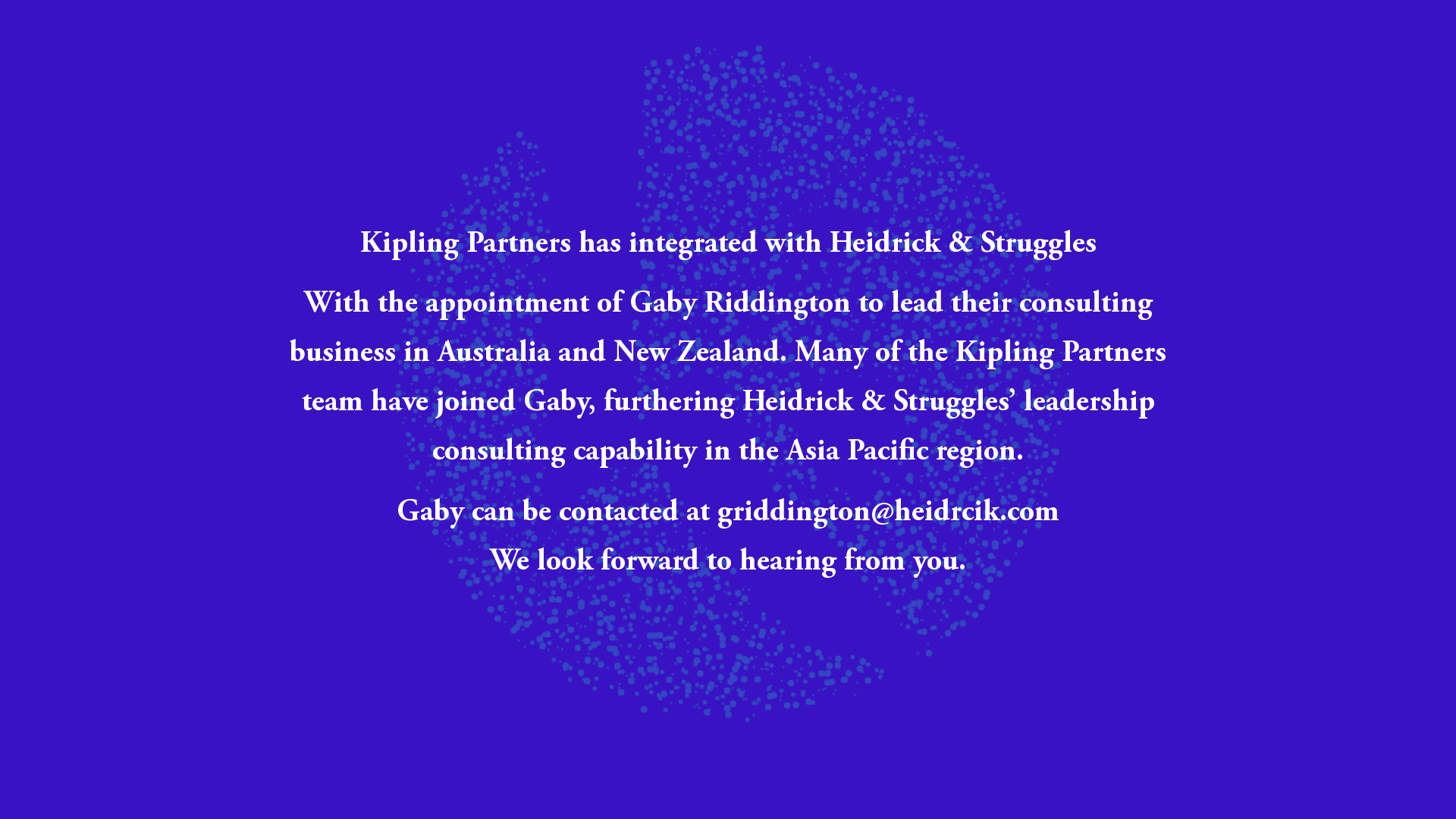 The width and height of the screenshot is (1456, 819). Describe the element at coordinates (888, 513) in the screenshot. I see `'griddington@heidrcik.com'` at that location.